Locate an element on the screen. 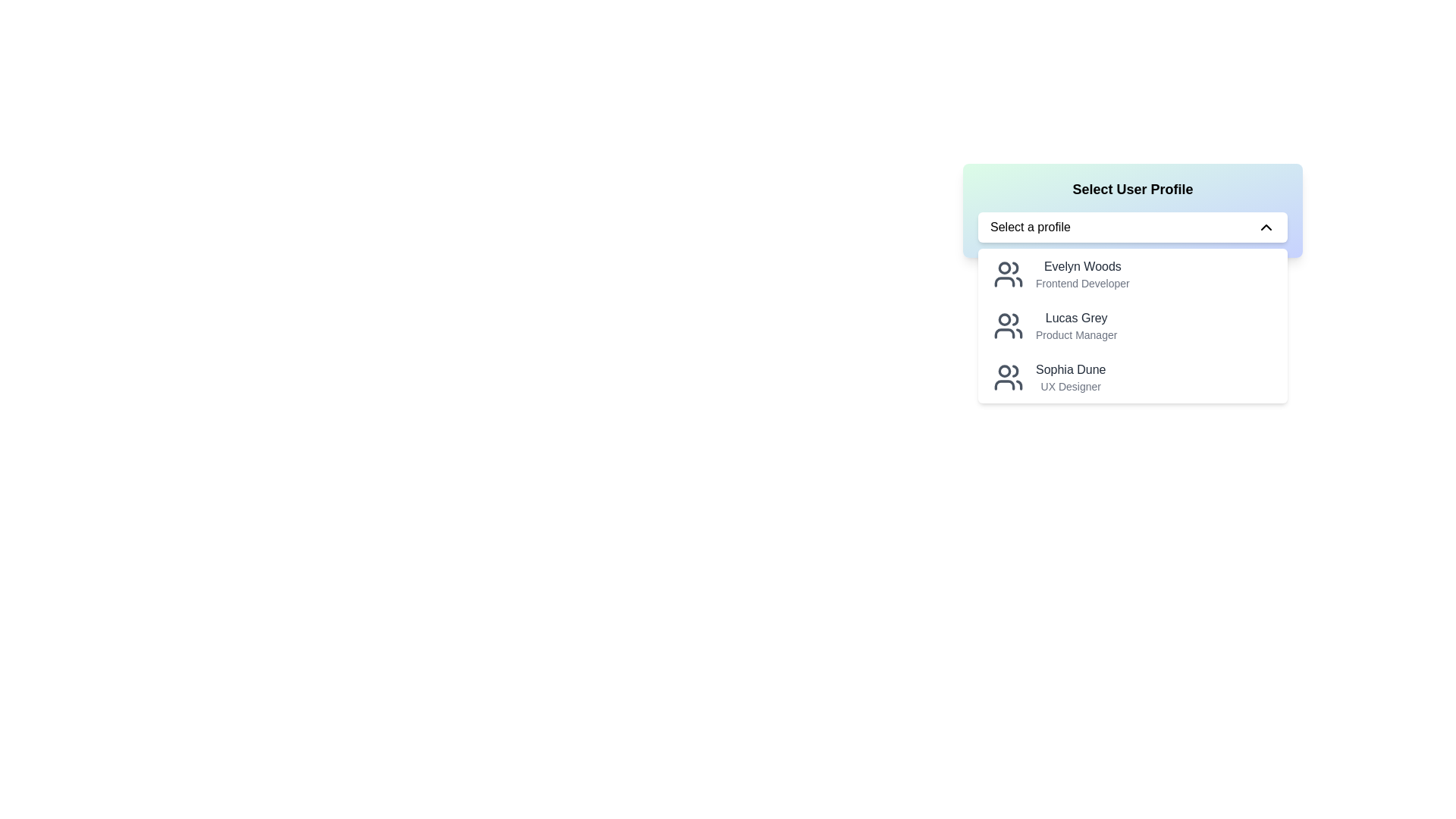 The height and width of the screenshot is (819, 1456). the upward-pointing chevron icon located at the top-right corner of the 'Select a profile' text box is located at coordinates (1266, 227).